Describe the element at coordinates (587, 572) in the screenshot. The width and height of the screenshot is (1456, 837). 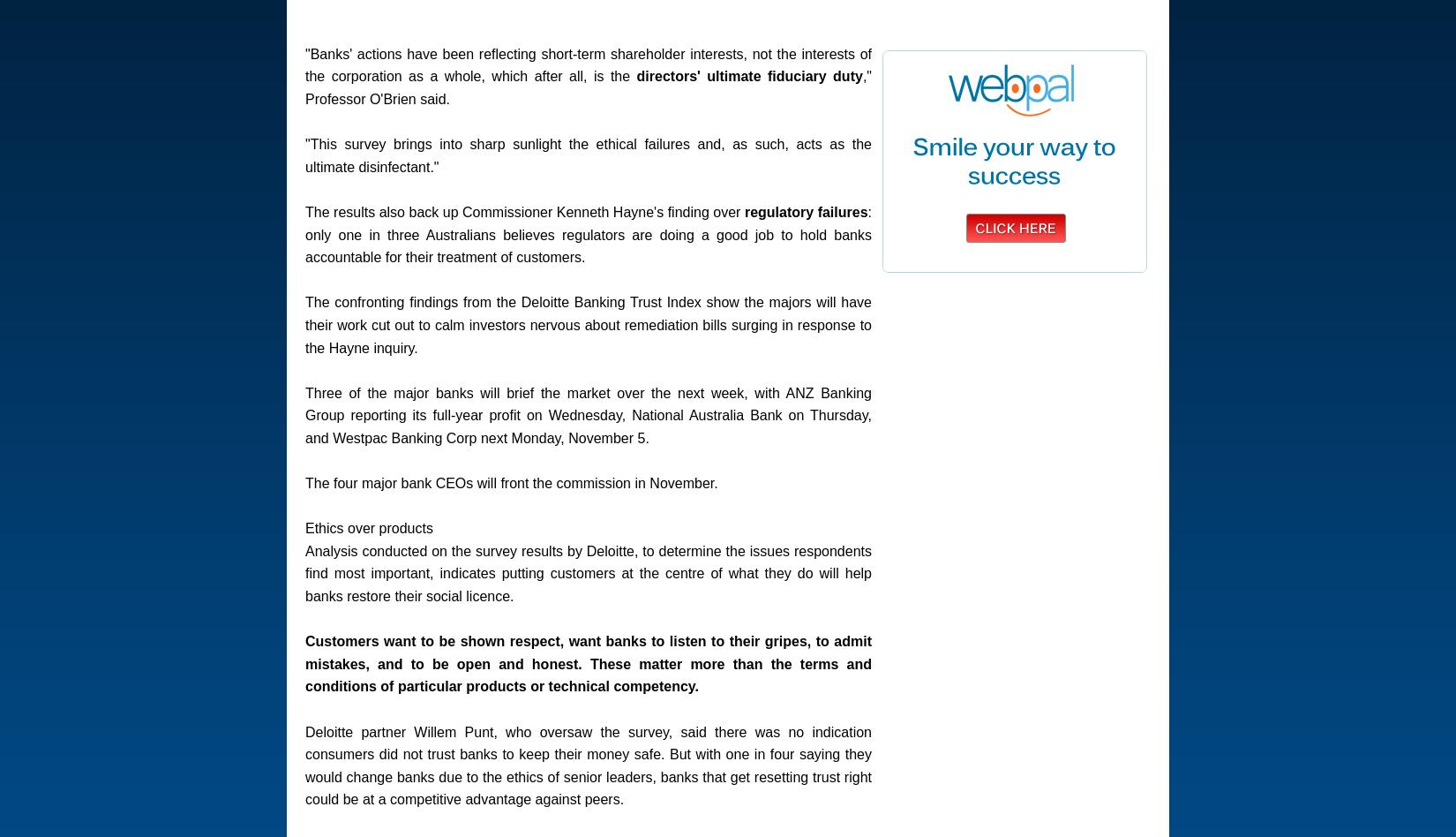
I see `'Analysis conducted on the survey results by Deloitte, to determine the issues respondents find most important, indicates putting customers at the centre of what they do will help banks restore their social licence.'` at that location.